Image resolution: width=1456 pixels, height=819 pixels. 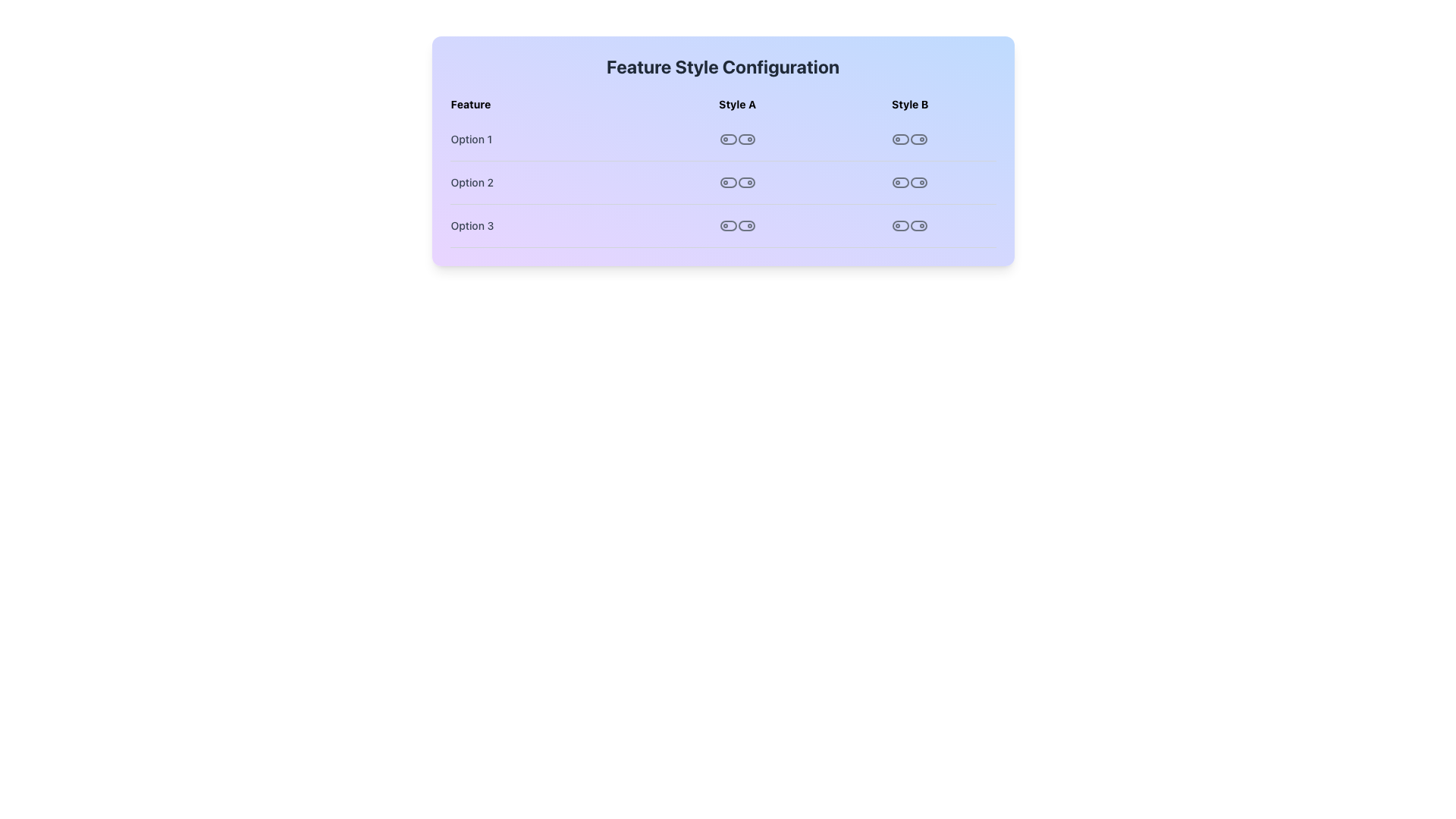 I want to click on the toggle switch represented by an oval shape with a smaller filled circle inside, located in the third row under 'Style B' column, so click(x=918, y=225).